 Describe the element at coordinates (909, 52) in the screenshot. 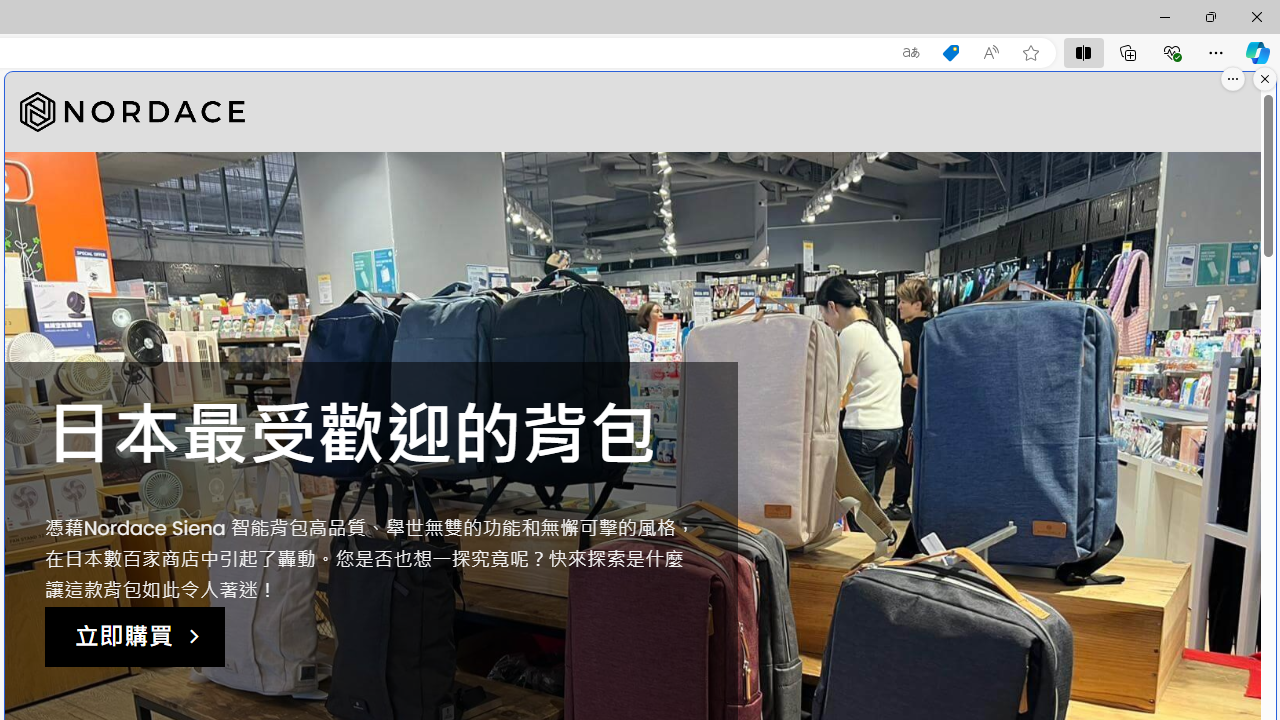

I see `'Show translate options'` at that location.